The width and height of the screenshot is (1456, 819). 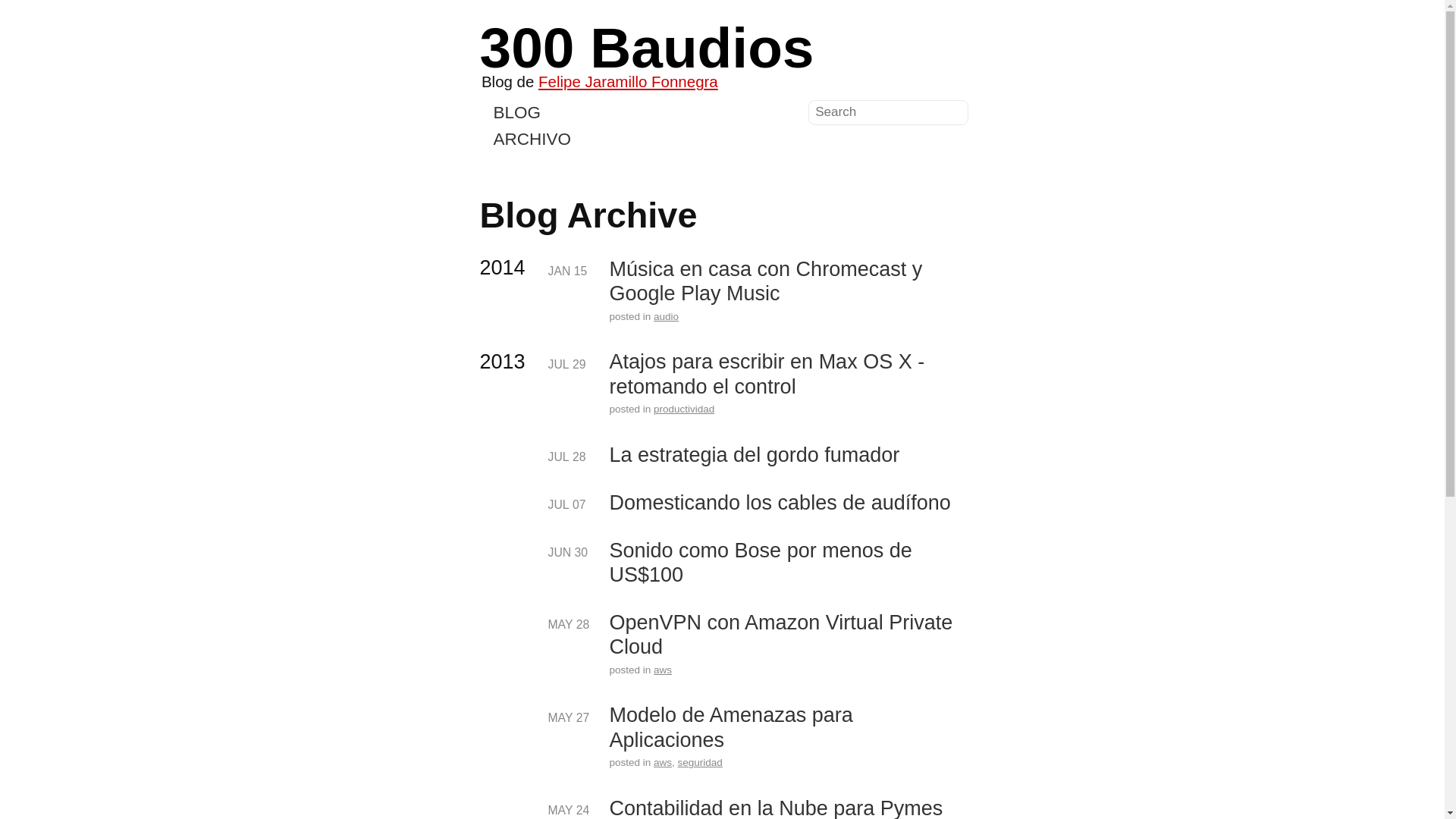 What do you see at coordinates (516, 112) in the screenshot?
I see `'BLOG'` at bounding box center [516, 112].